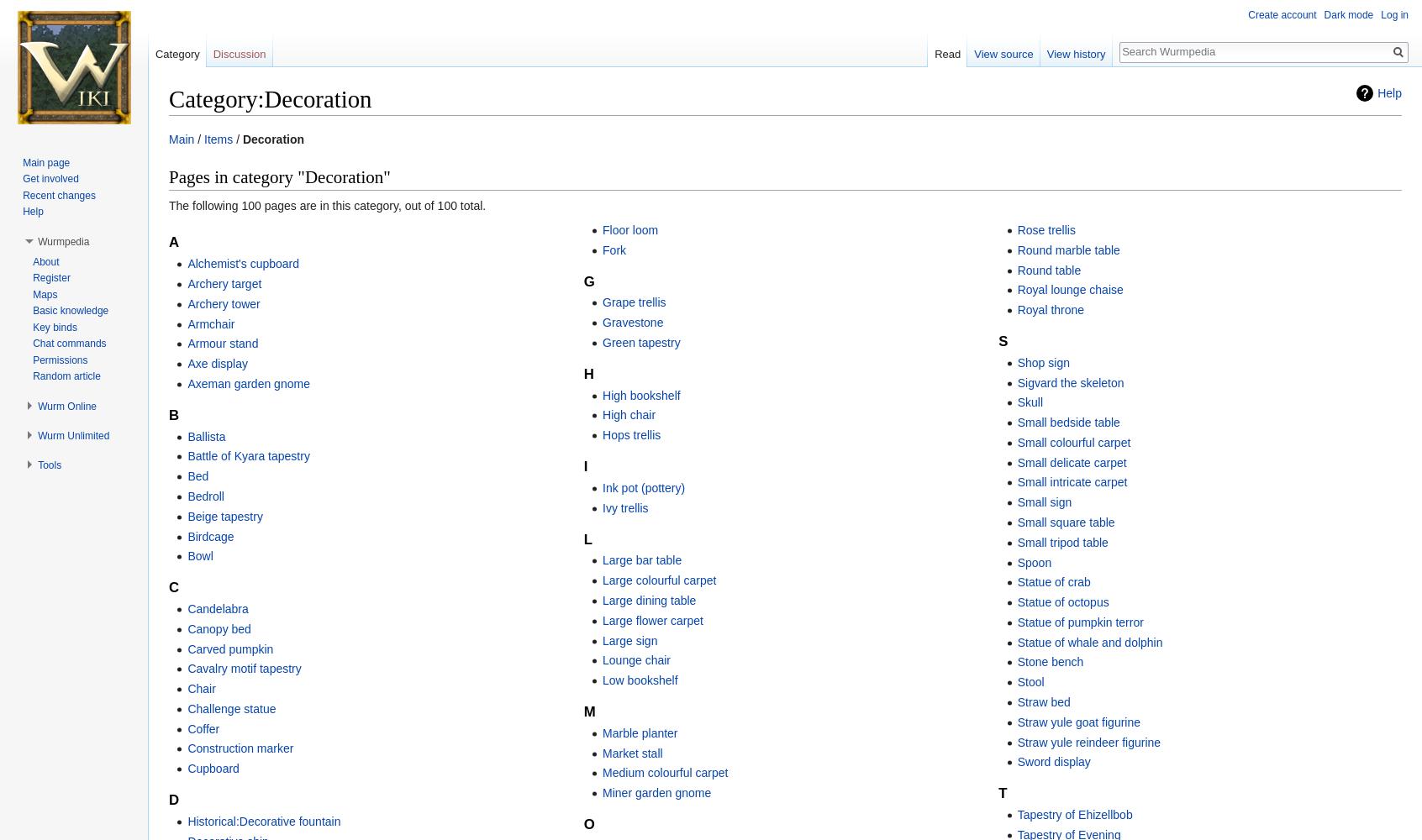  I want to click on 'Beige tapestry', so click(224, 515).